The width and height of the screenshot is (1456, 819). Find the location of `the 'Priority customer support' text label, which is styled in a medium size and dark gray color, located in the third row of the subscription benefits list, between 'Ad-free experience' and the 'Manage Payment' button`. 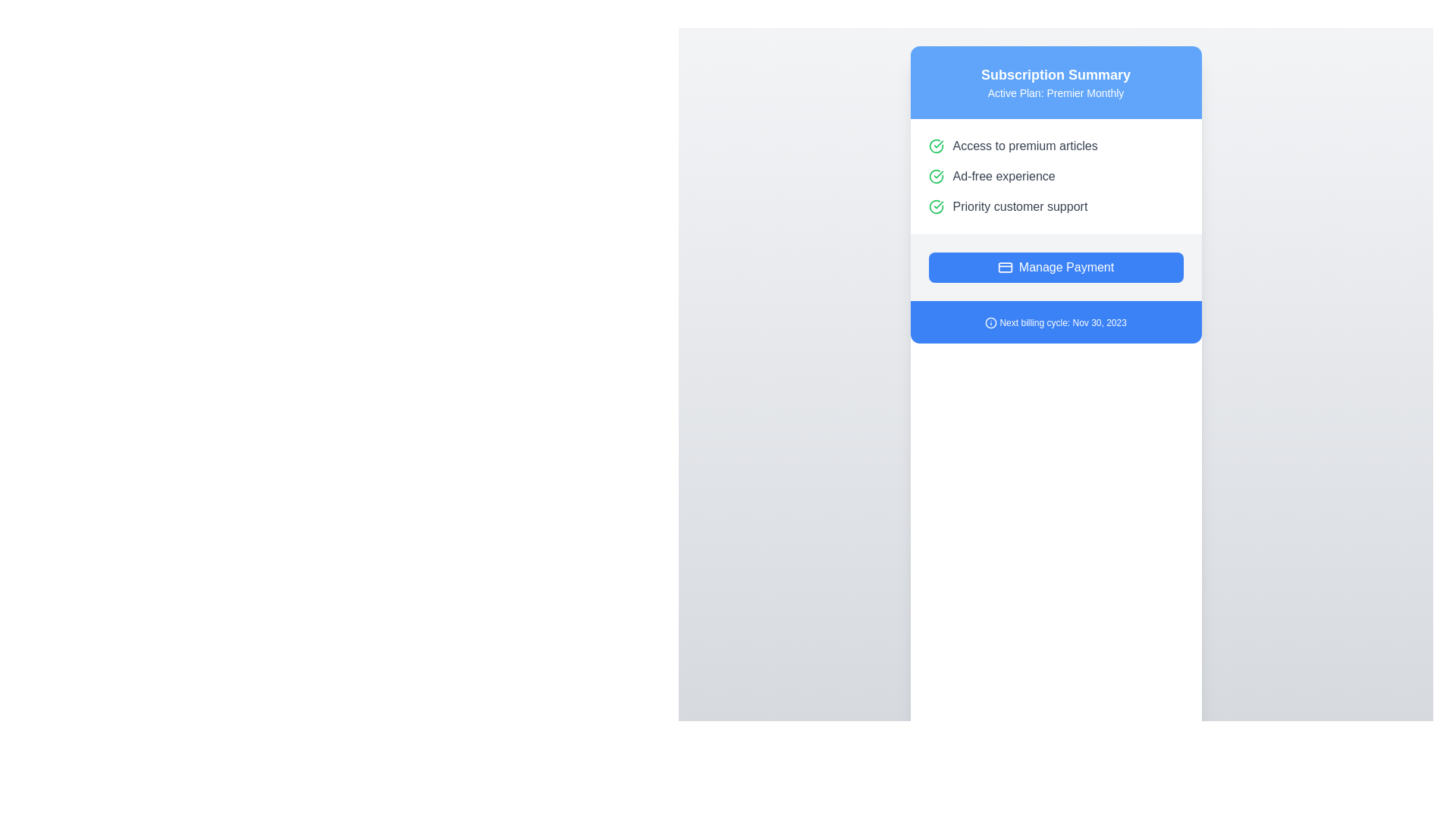

the 'Priority customer support' text label, which is styled in a medium size and dark gray color, located in the third row of the subscription benefits list, between 'Ad-free experience' and the 'Manage Payment' button is located at coordinates (1020, 207).